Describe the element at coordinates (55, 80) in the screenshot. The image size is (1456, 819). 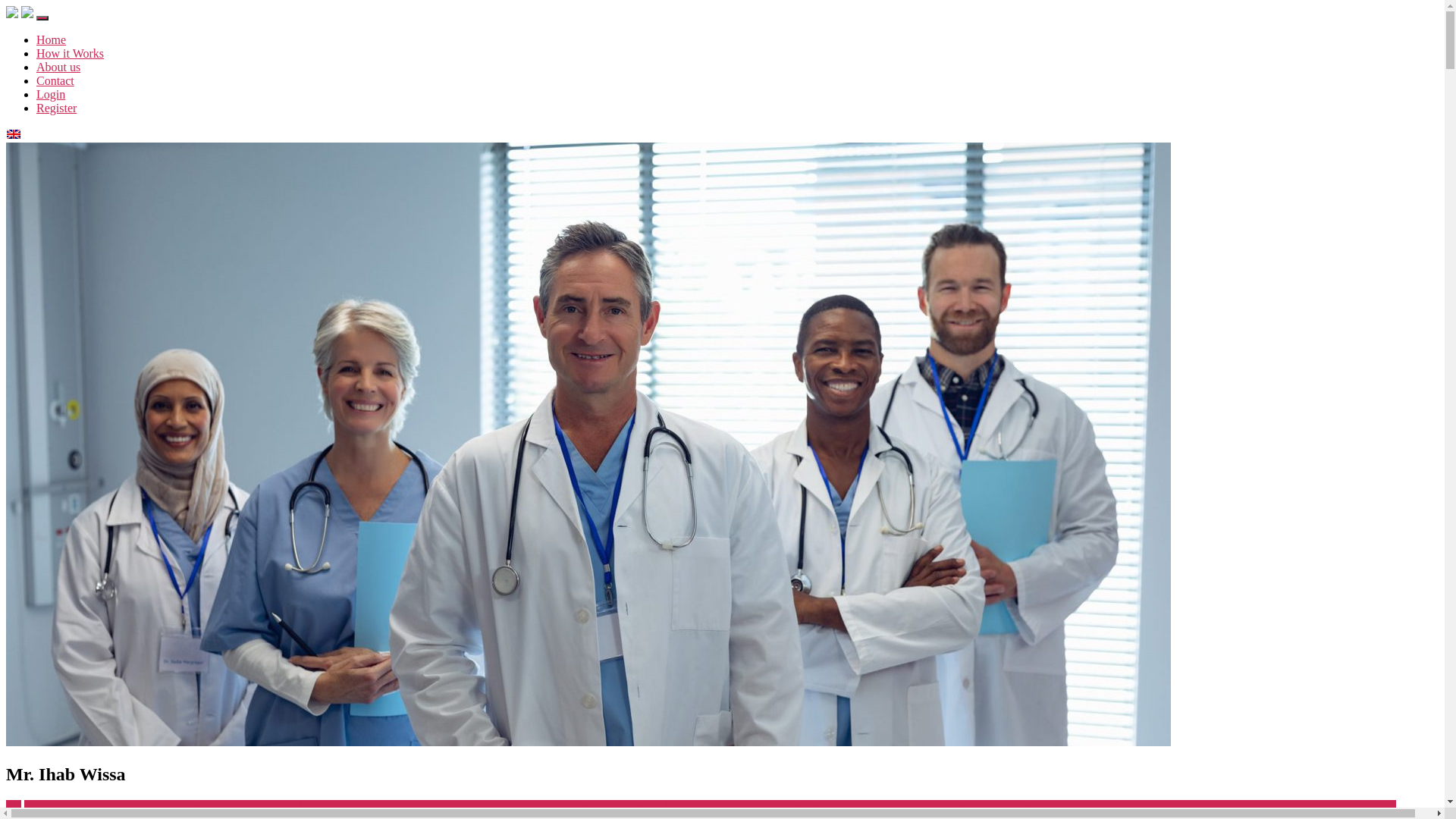
I see `'Contact'` at that location.